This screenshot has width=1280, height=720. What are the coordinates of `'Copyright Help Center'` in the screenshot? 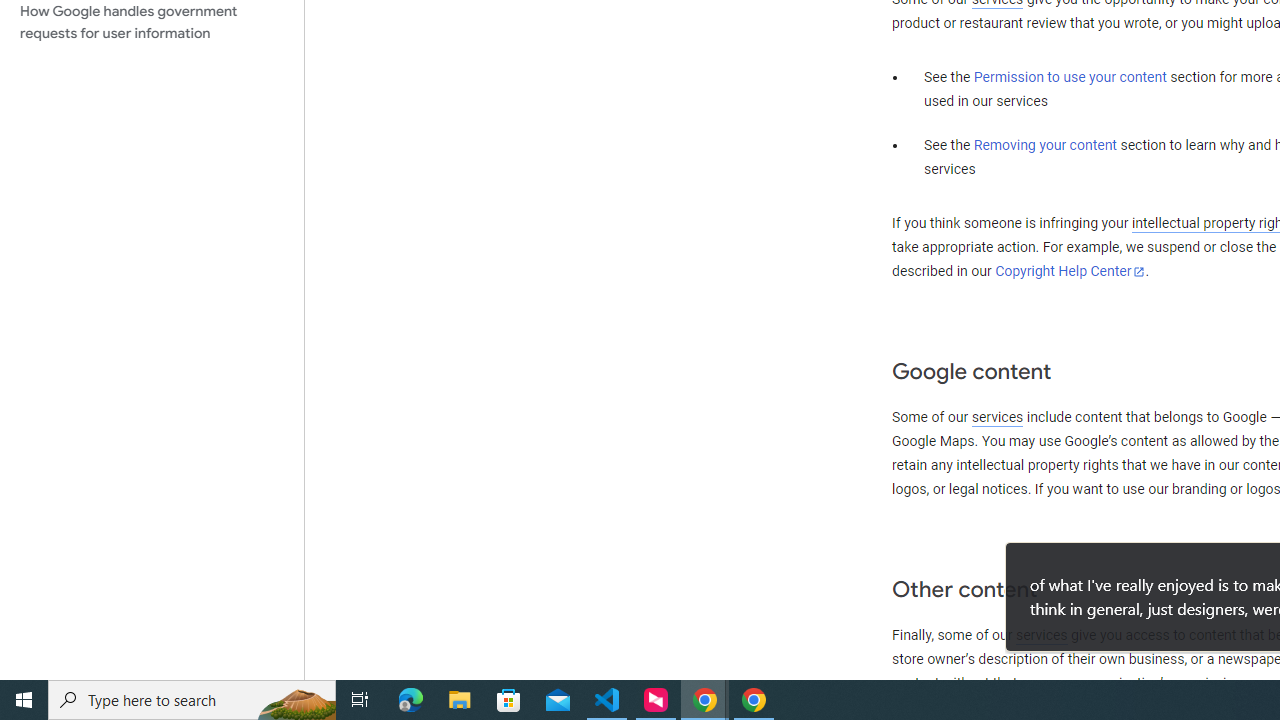 It's located at (1069, 271).